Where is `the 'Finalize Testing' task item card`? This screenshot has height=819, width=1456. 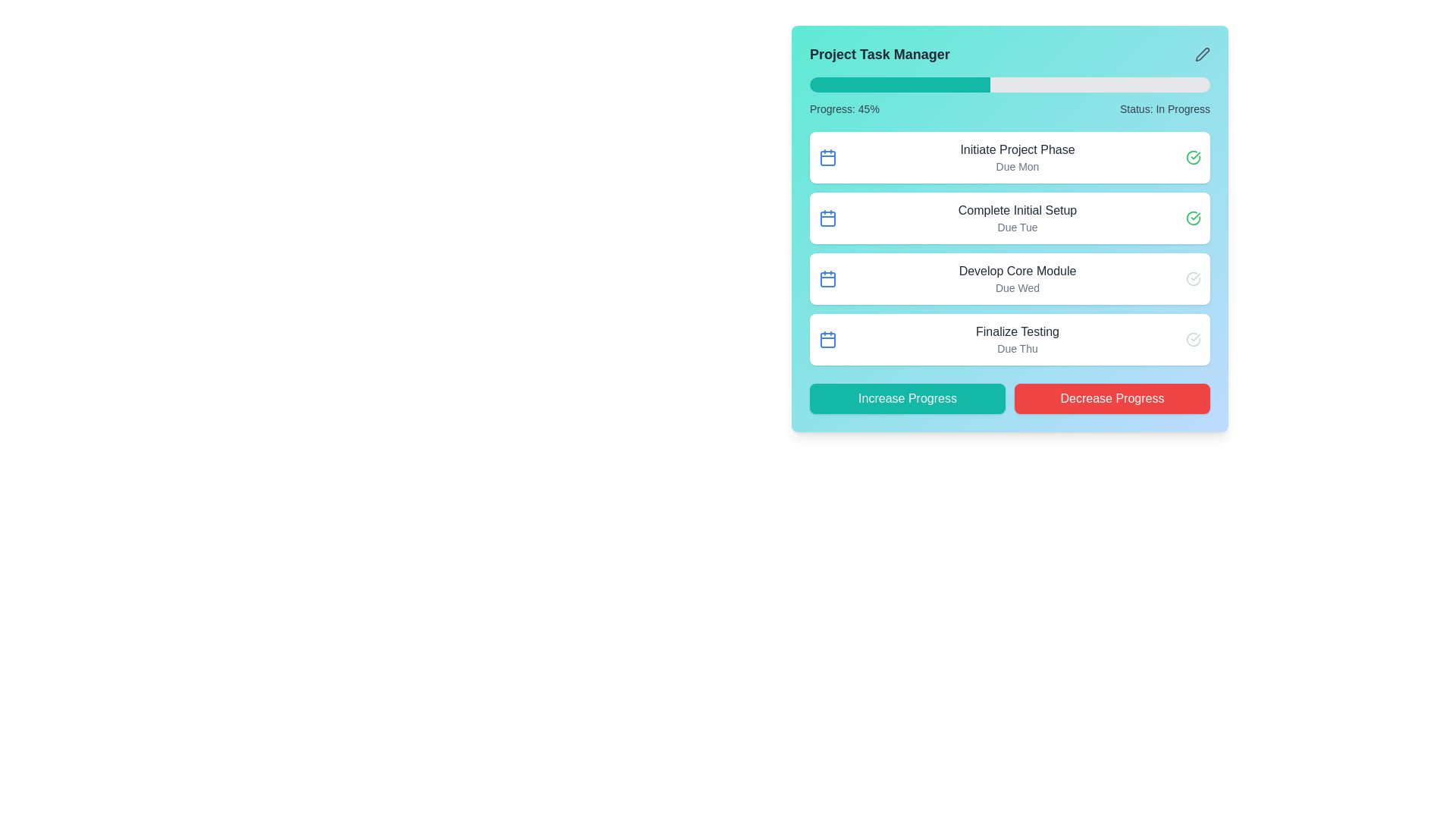
the 'Finalize Testing' task item card is located at coordinates (1009, 338).